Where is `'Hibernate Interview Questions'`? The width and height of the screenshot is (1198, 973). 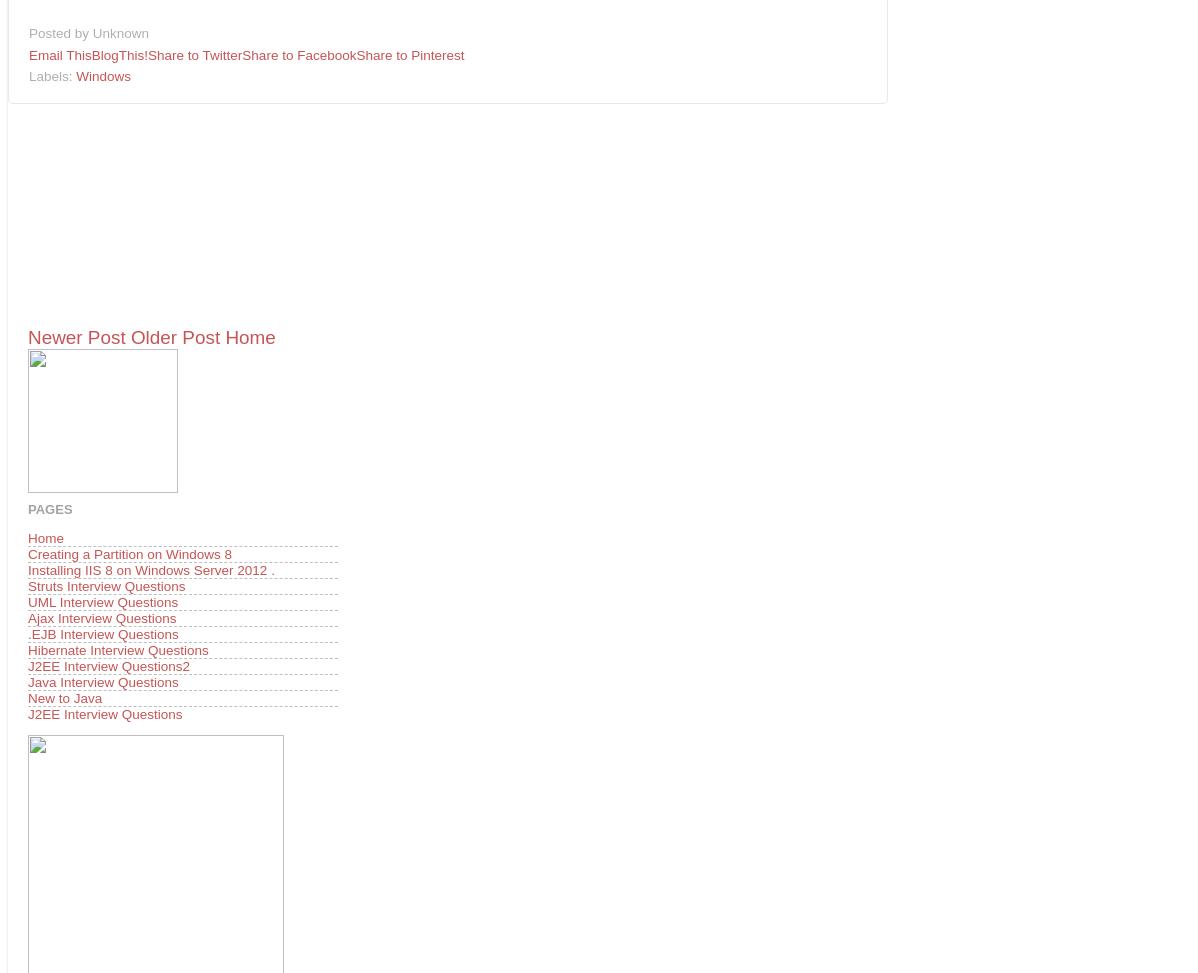
'Hibernate Interview Questions' is located at coordinates (117, 648).